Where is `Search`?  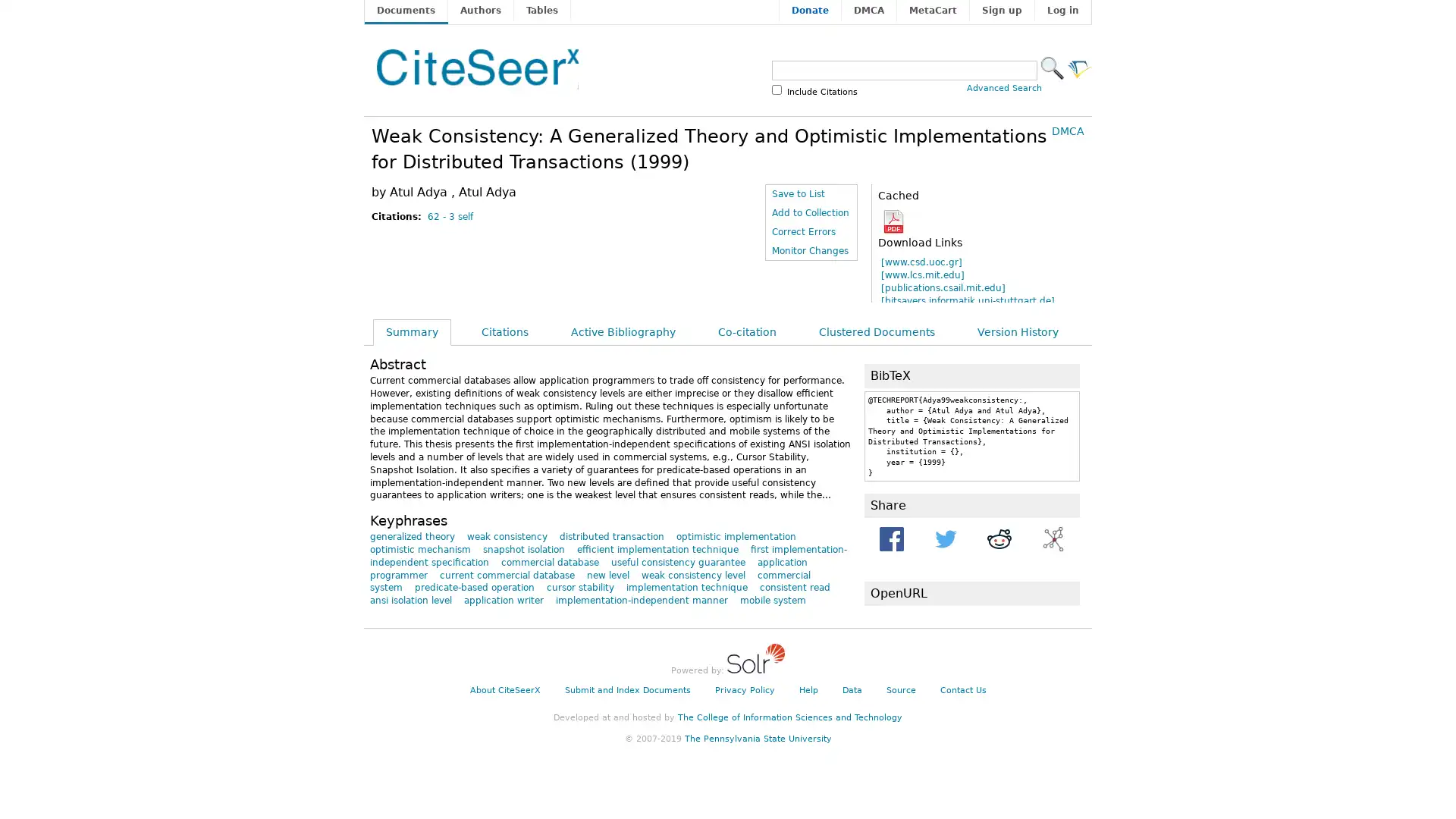 Search is located at coordinates (1051, 67).